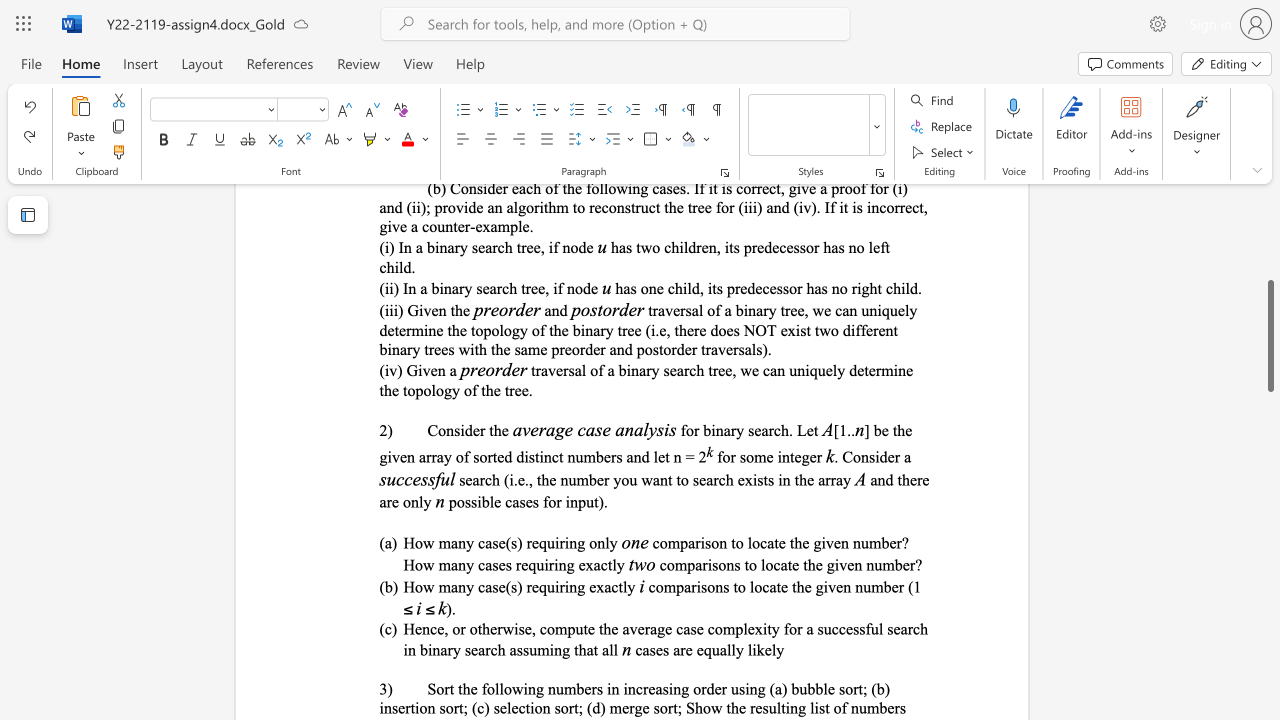 The image size is (1280, 720). What do you see at coordinates (1269, 335) in the screenshot?
I see `the scrollbar and move up 40 pixels` at bounding box center [1269, 335].